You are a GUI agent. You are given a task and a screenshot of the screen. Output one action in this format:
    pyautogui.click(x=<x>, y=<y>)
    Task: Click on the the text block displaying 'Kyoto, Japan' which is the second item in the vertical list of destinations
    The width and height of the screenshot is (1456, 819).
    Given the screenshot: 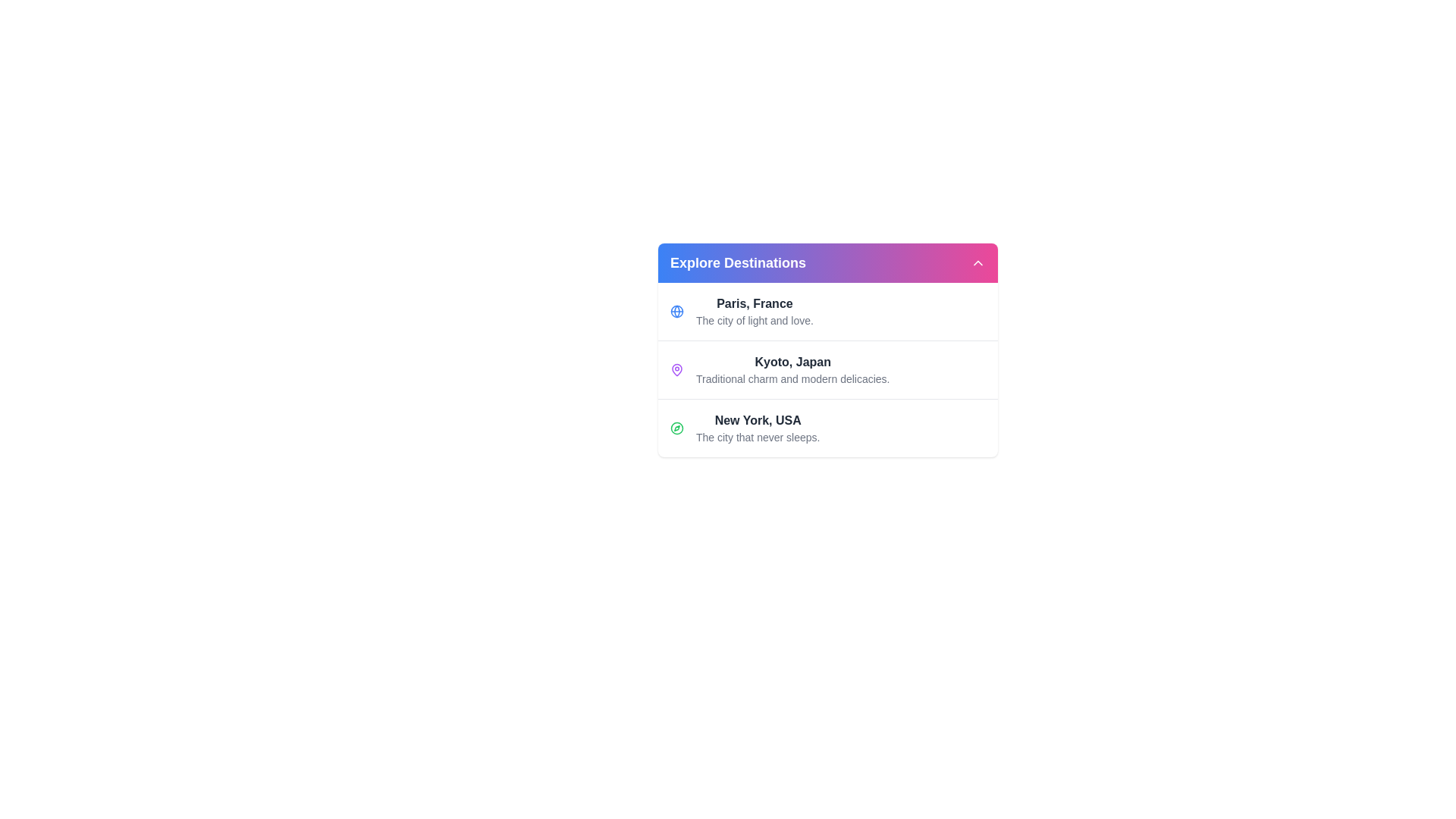 What is the action you would take?
    pyautogui.click(x=792, y=370)
    